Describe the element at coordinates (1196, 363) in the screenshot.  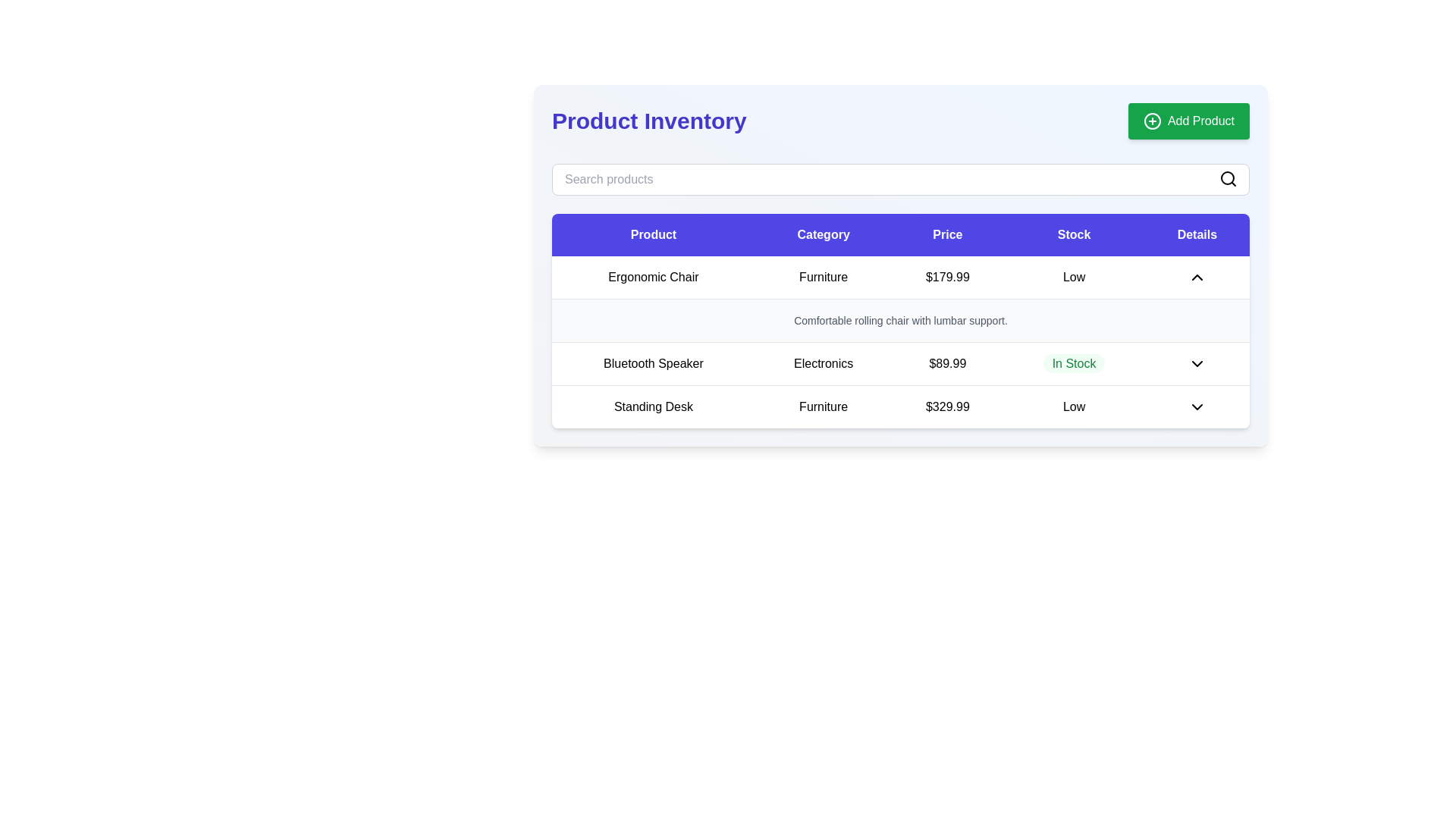
I see `the Dropdown trigger icon, which is an arrow icon pointing downward located in the 'Details' column of the row for 'Bluetooth Speaker'` at that location.